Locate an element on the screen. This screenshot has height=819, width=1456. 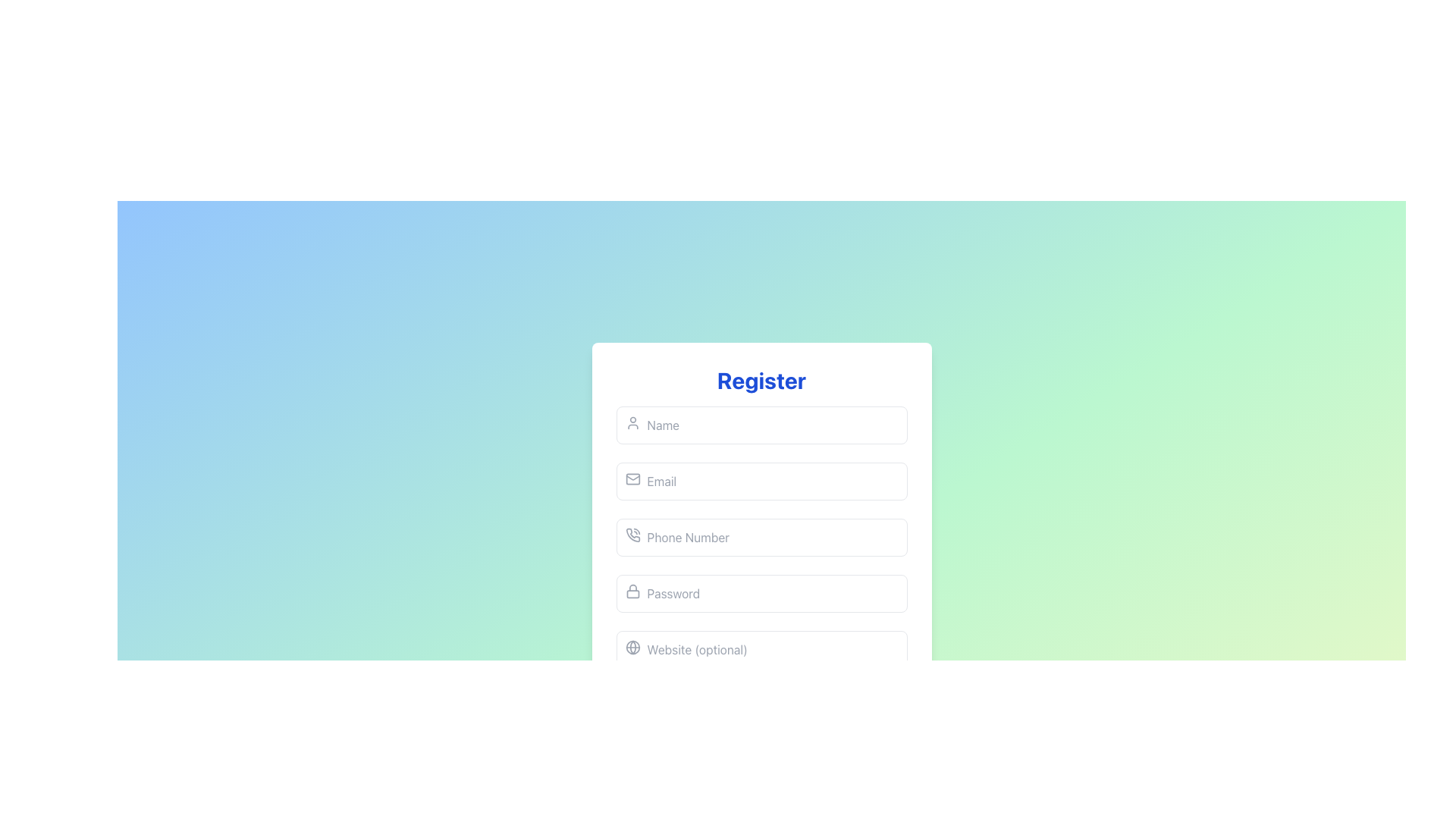
the small, rounded rectangular shape located within the mail envelope icon in the Email input area of the registration form is located at coordinates (632, 479).